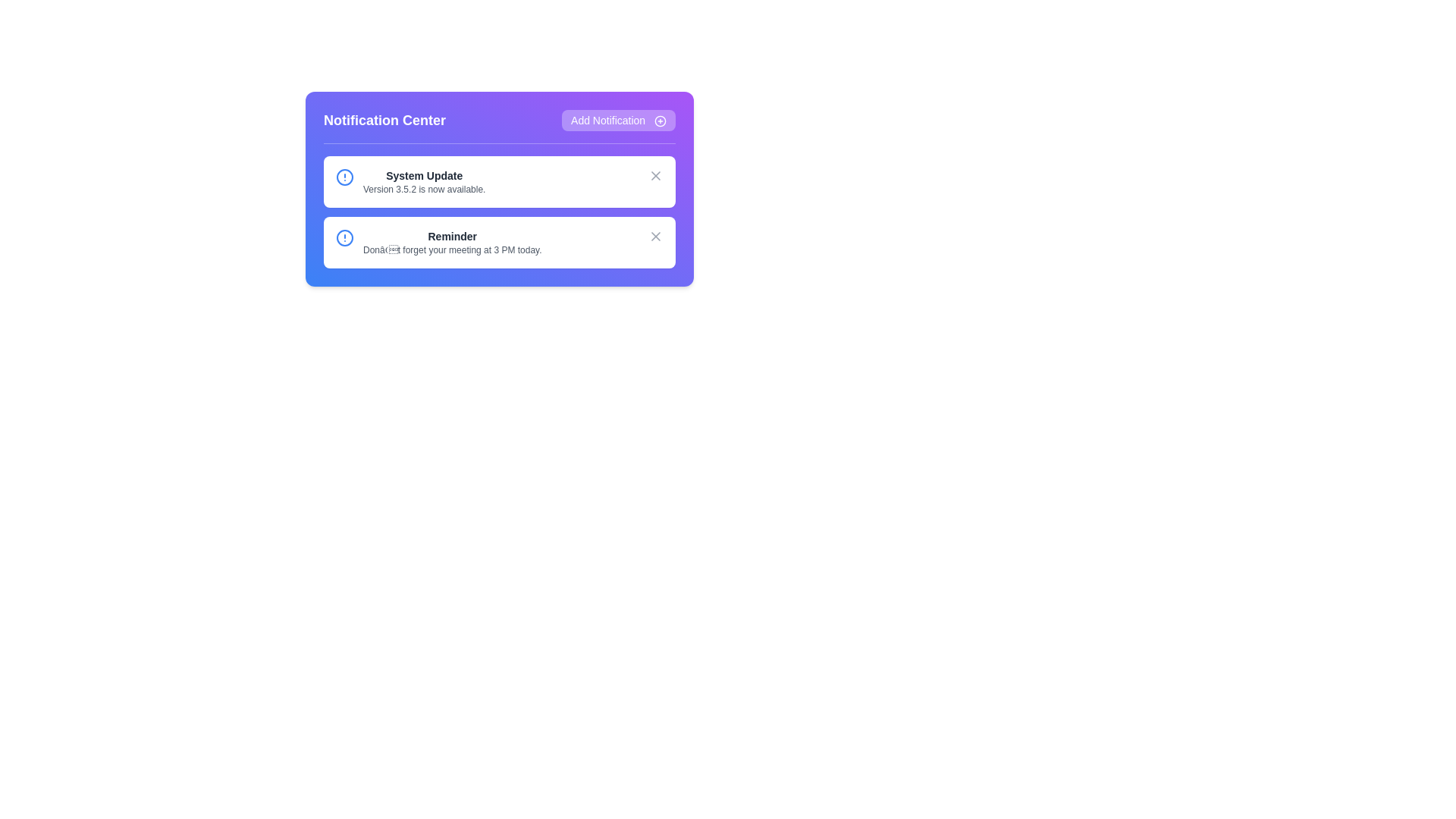 The height and width of the screenshot is (819, 1456). What do you see at coordinates (384, 119) in the screenshot?
I see `the header text labeled 'Notification Center', which is displayed in white, bold font on a purple background` at bounding box center [384, 119].